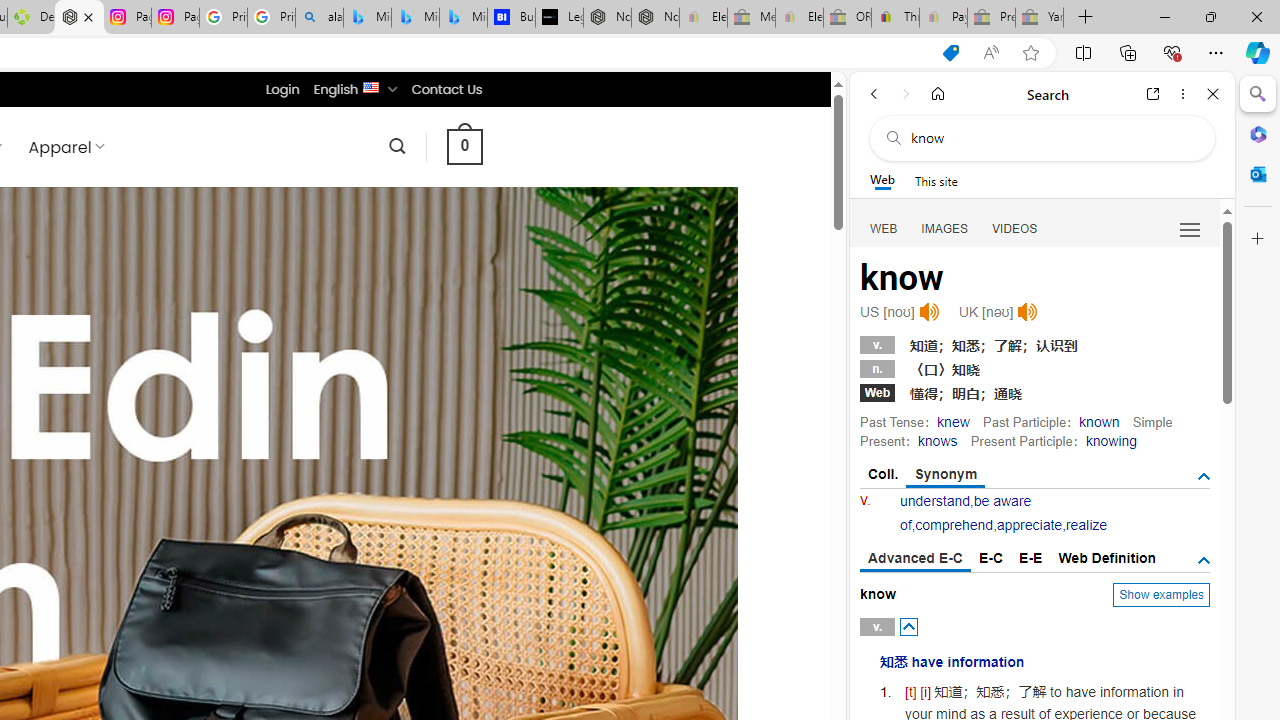 This screenshot has height=720, width=1280. Describe the element at coordinates (1110, 440) in the screenshot. I see `'knowing'` at that location.